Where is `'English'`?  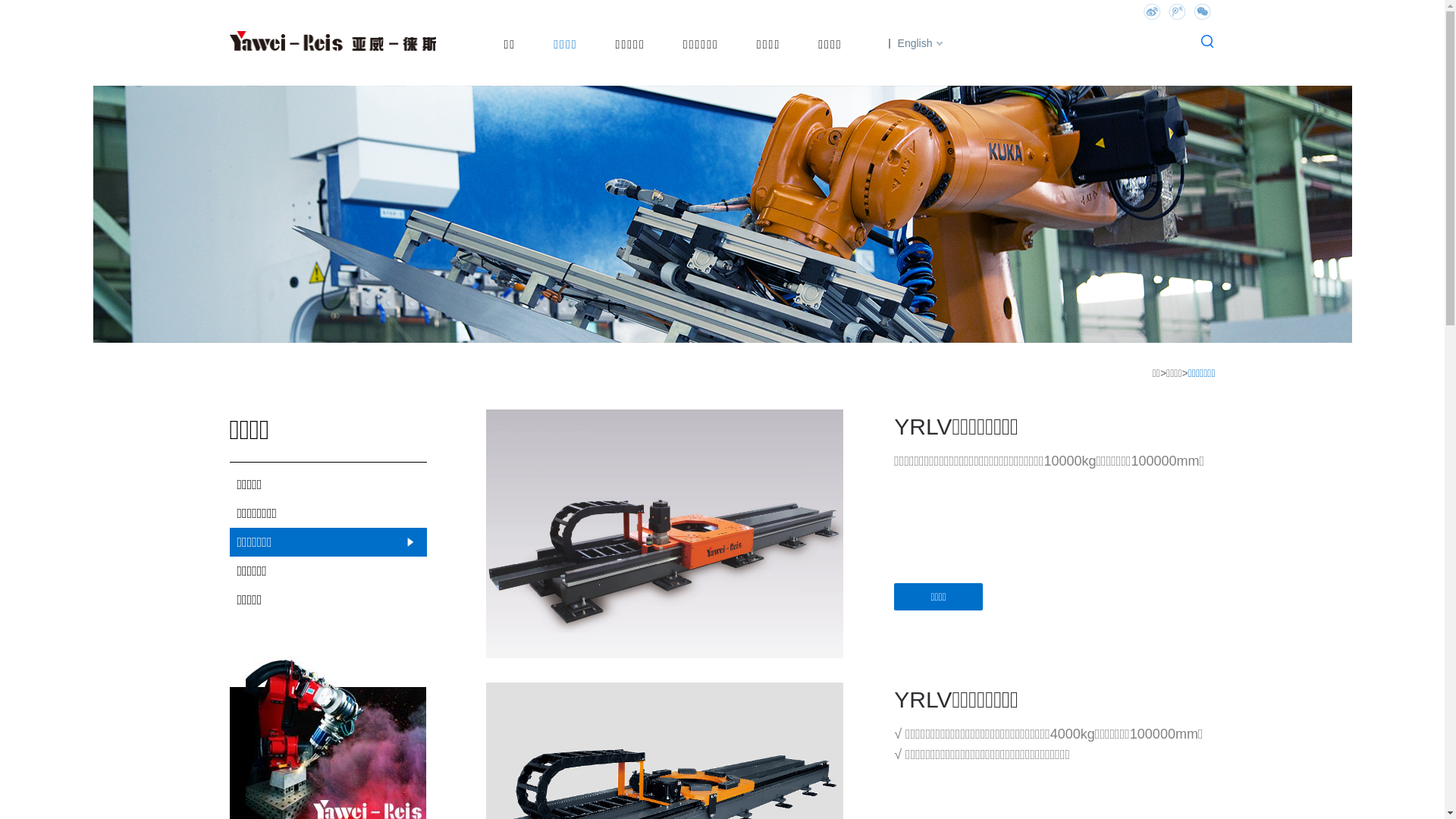
'English' is located at coordinates (911, 42).